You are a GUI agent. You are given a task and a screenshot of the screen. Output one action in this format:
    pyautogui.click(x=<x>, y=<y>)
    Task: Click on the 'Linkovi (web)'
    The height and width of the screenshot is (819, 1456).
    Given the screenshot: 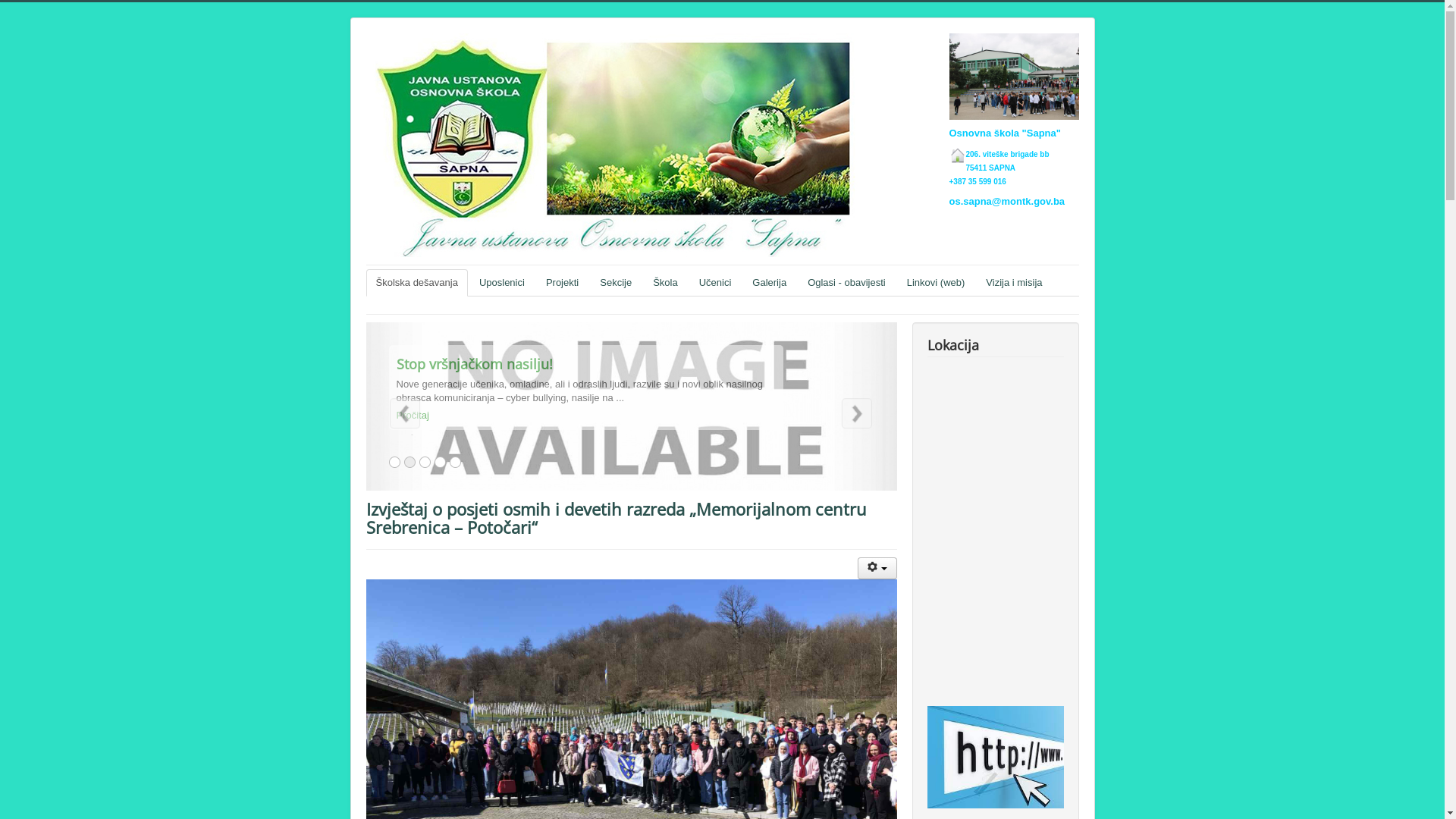 What is the action you would take?
    pyautogui.click(x=935, y=283)
    